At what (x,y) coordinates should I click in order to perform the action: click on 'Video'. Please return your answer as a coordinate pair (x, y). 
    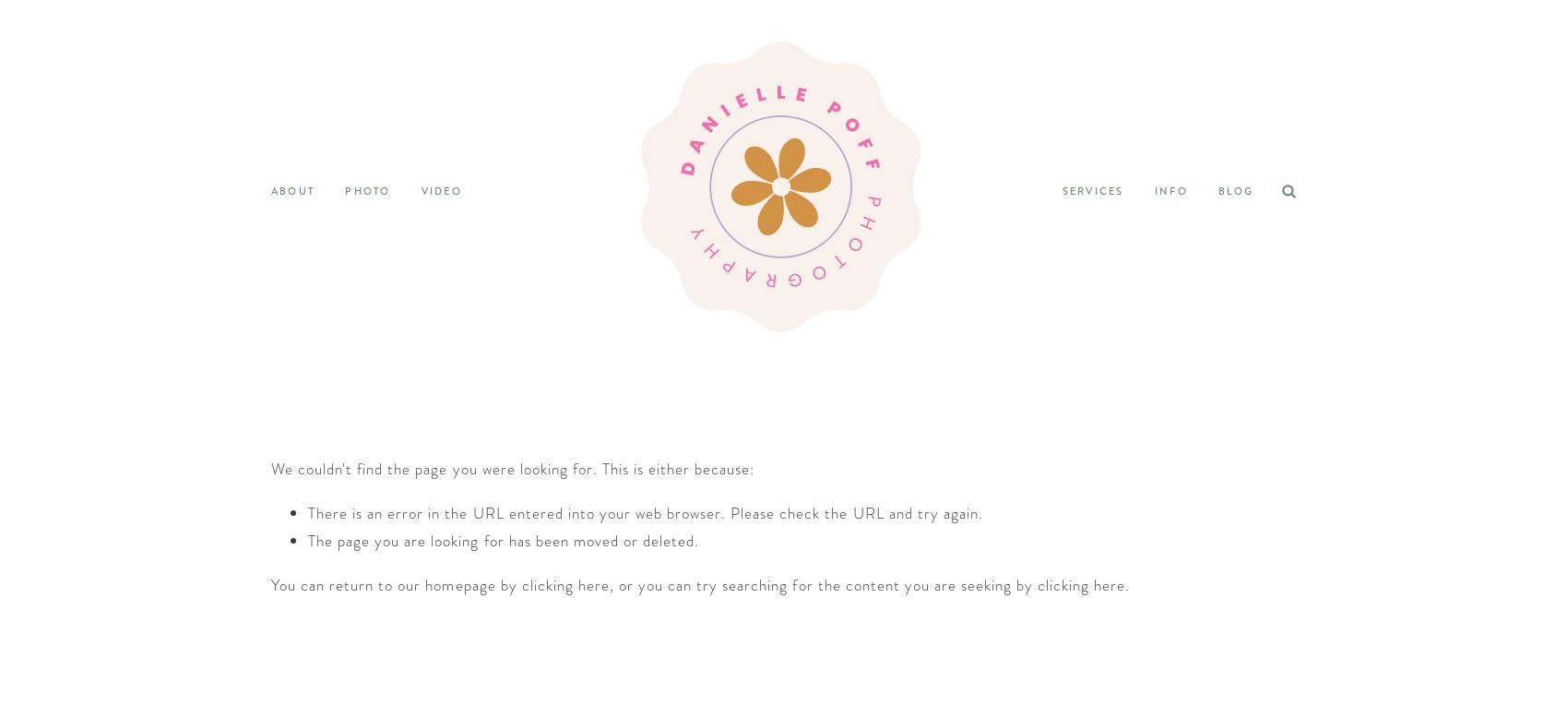
    Looking at the image, I should click on (441, 189).